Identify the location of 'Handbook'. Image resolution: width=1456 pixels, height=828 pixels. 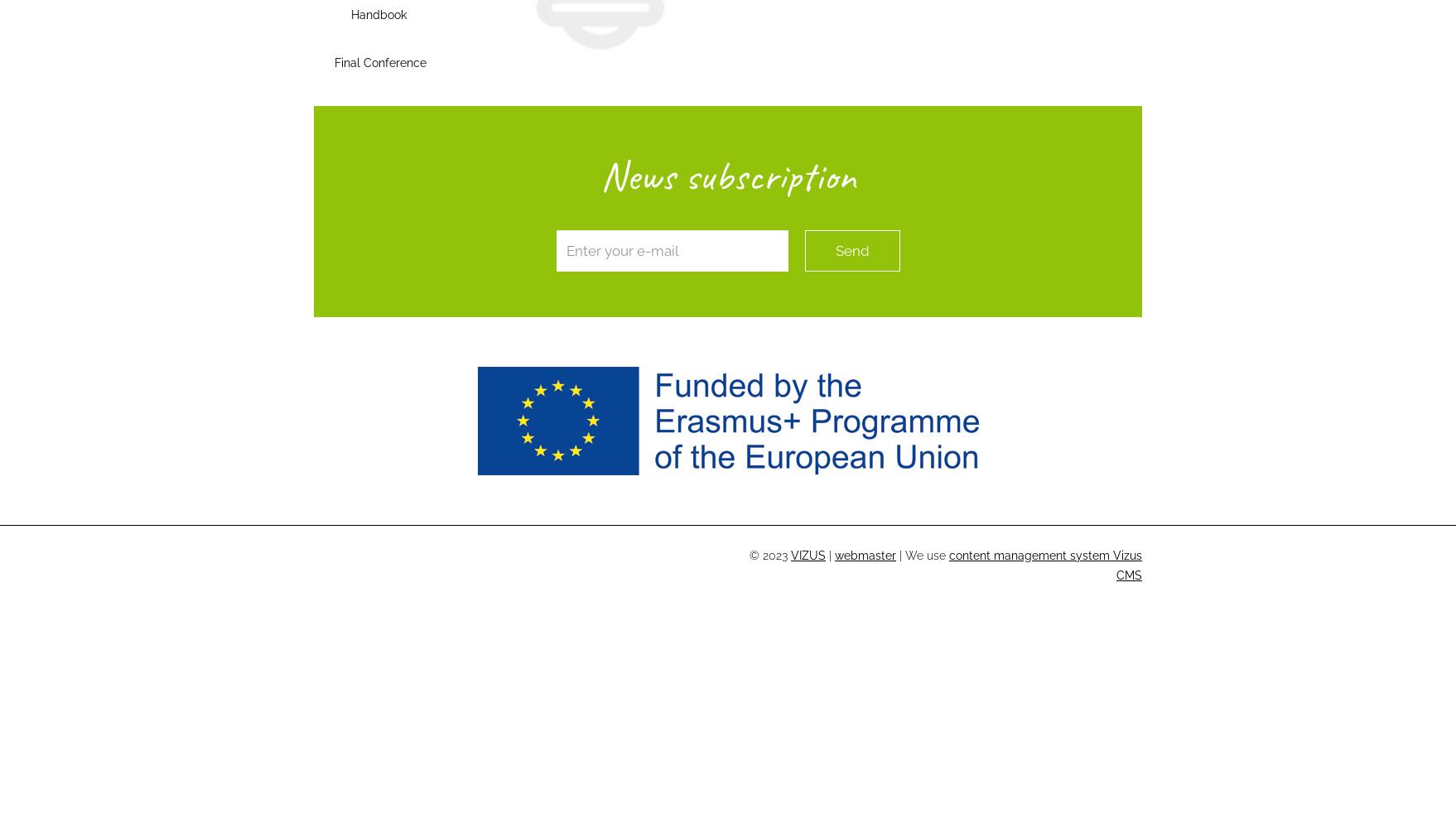
(378, 15).